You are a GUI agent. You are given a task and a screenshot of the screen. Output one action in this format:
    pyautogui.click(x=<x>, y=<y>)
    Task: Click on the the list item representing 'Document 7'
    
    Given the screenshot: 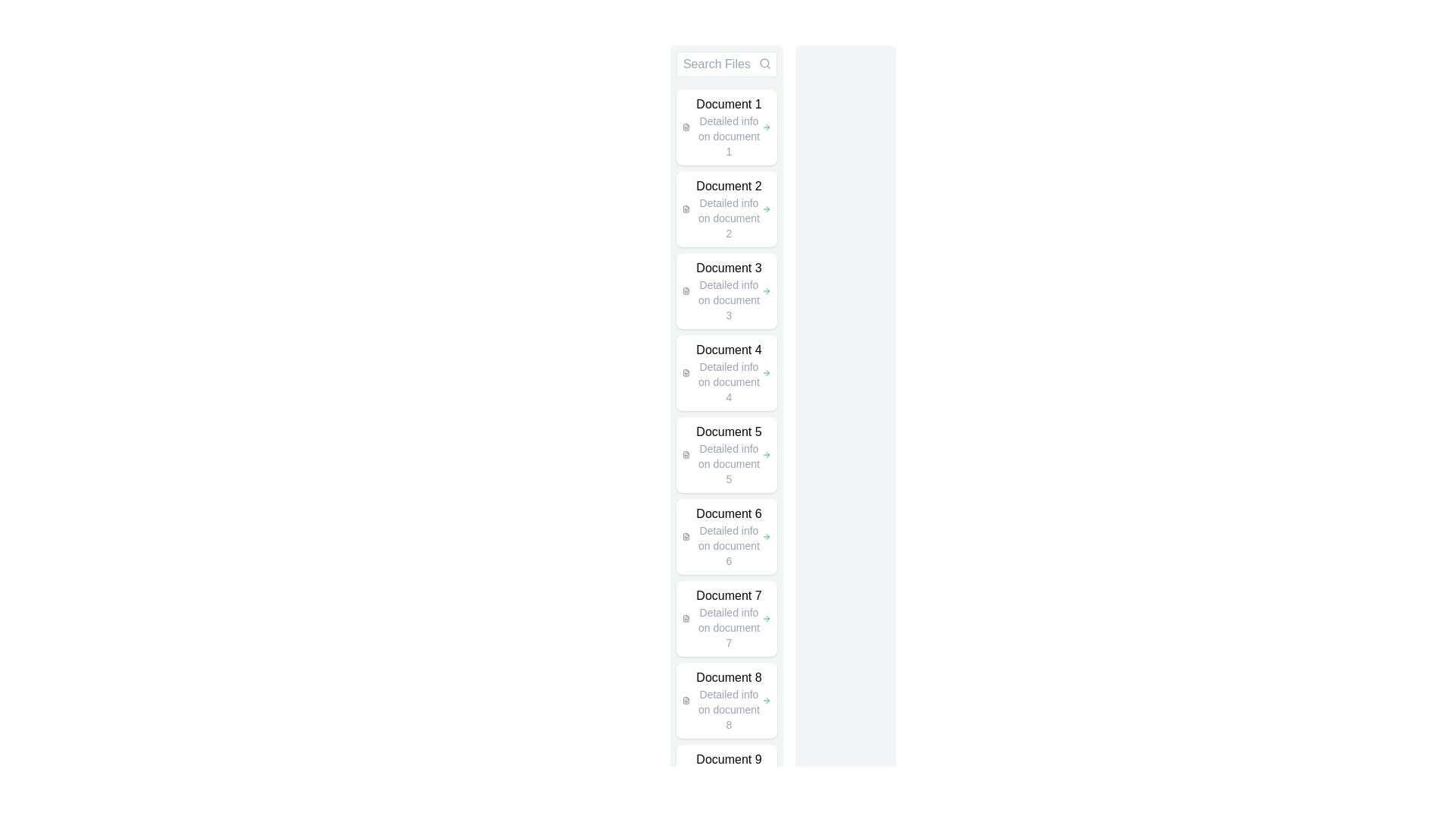 What is the action you would take?
    pyautogui.click(x=726, y=619)
    